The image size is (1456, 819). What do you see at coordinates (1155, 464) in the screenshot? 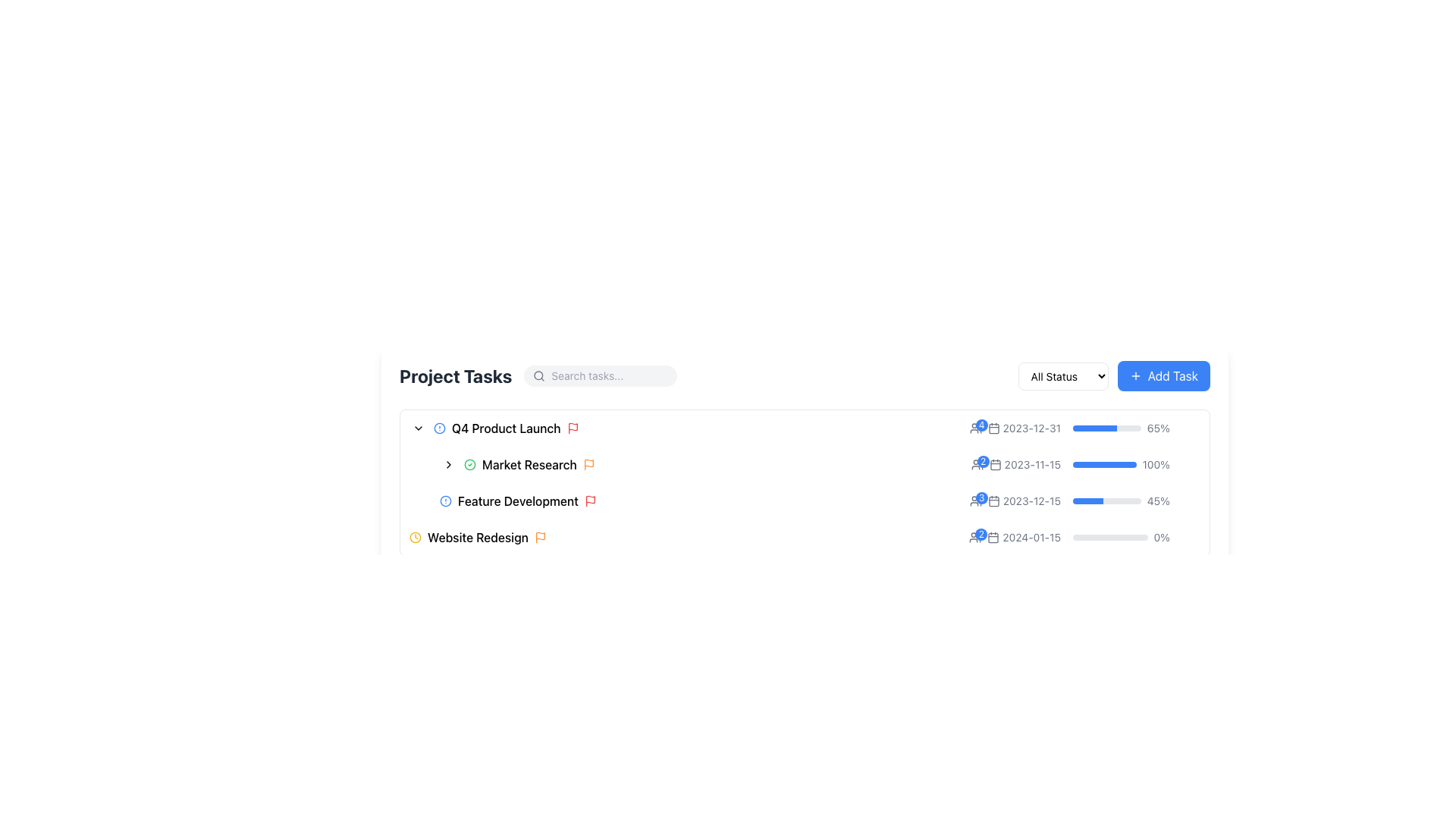
I see `the static text label representing the progress percentage of the task dated '2023-11-15', which is located to the right of the progress bar` at bounding box center [1155, 464].